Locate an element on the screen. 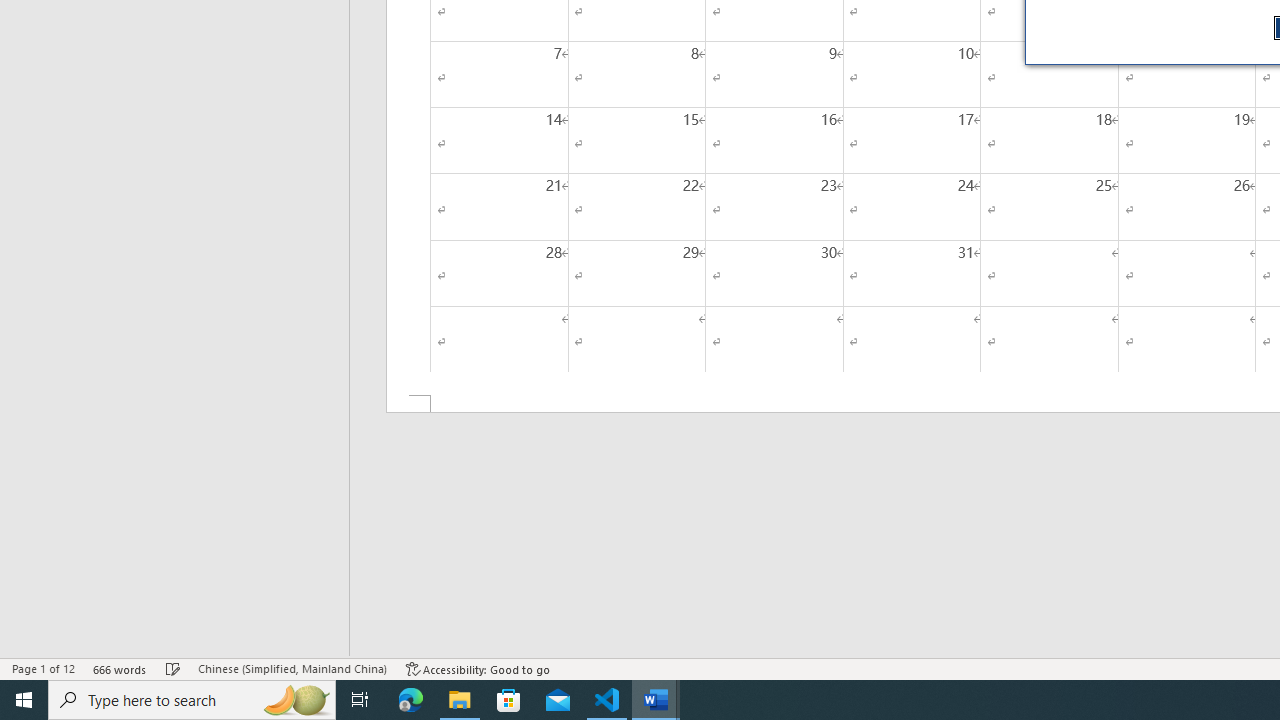 The width and height of the screenshot is (1280, 720). 'Word - 2 running windows' is located at coordinates (656, 698).